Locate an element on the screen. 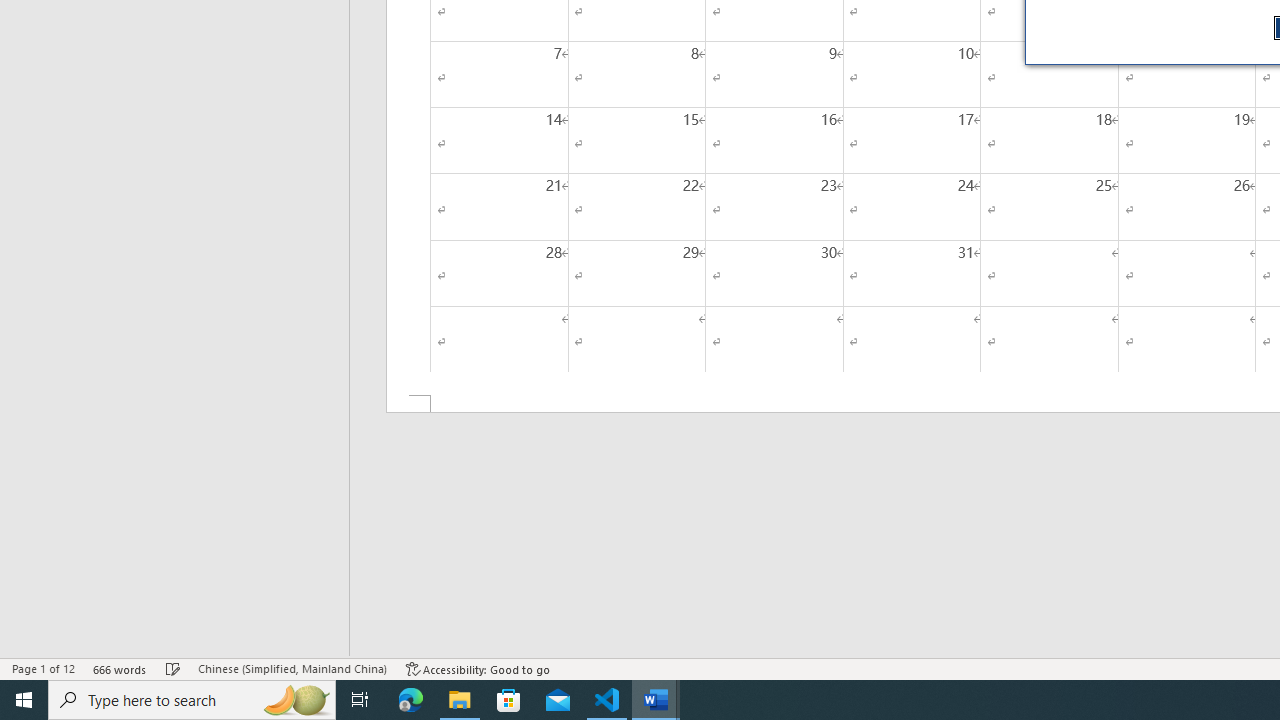 The width and height of the screenshot is (1280, 720). 'Word - 2 running windows' is located at coordinates (656, 698).